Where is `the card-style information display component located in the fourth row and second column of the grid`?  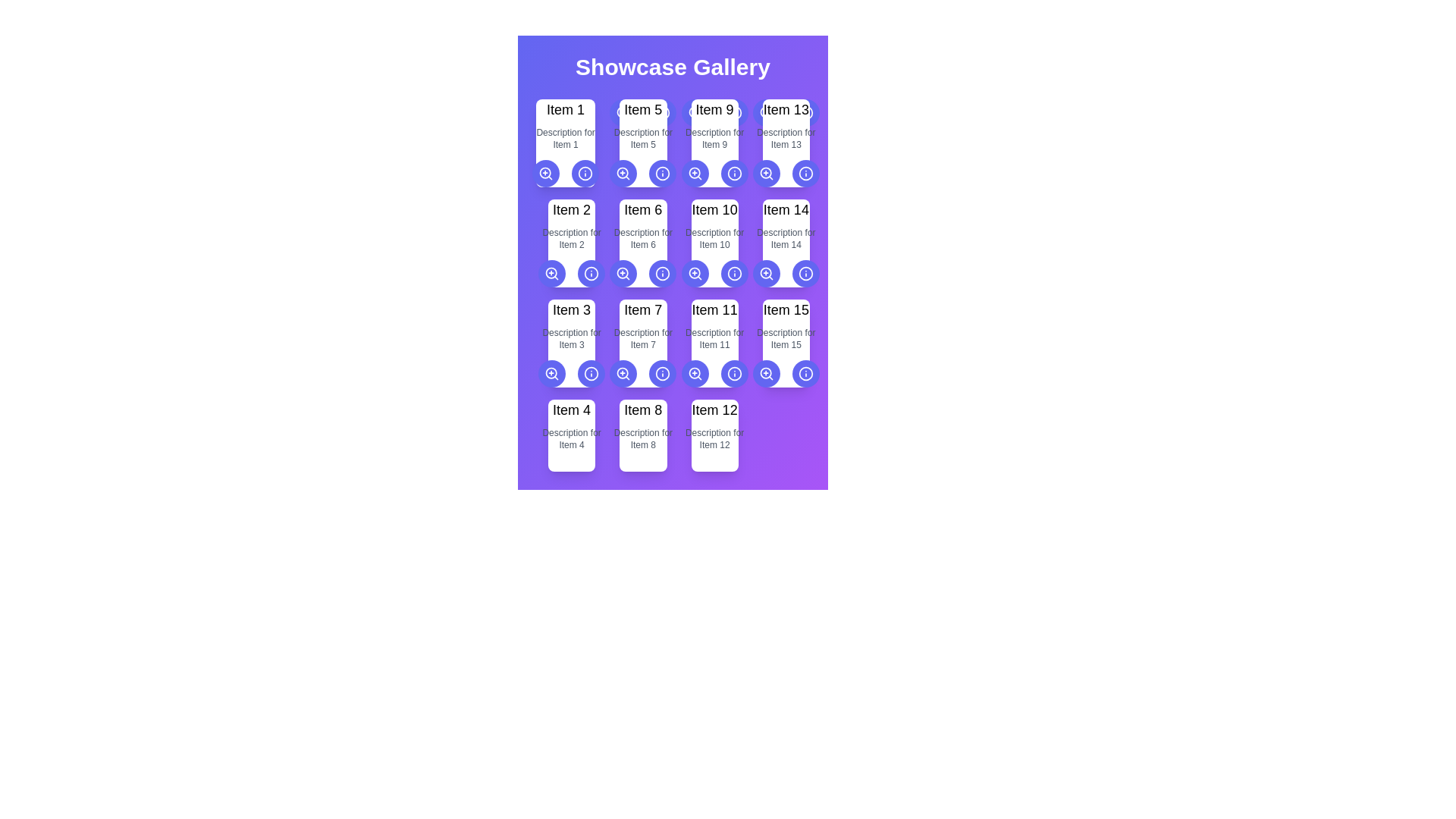
the card-style information display component located in the fourth row and second column of the grid is located at coordinates (714, 343).